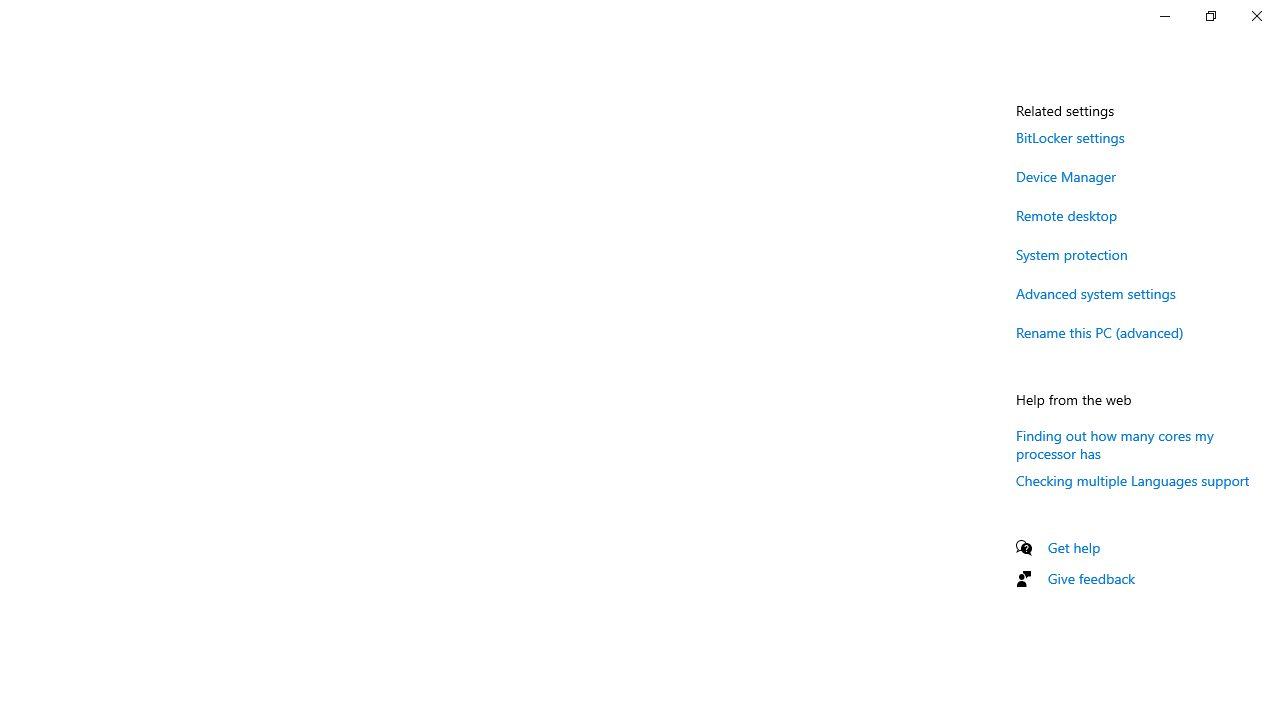 Image resolution: width=1280 pixels, height=720 pixels. I want to click on 'Remote desktop', so click(1065, 215).